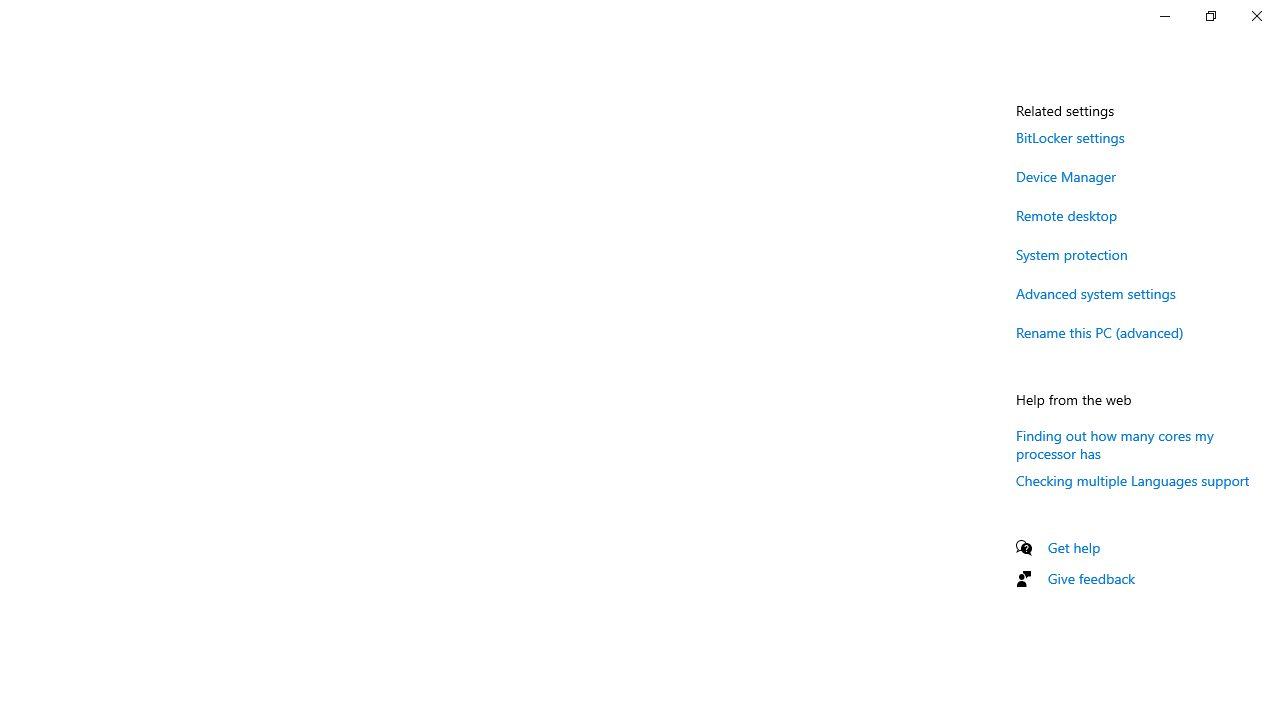 Image resolution: width=1280 pixels, height=720 pixels. I want to click on 'Remote desktop', so click(1065, 215).